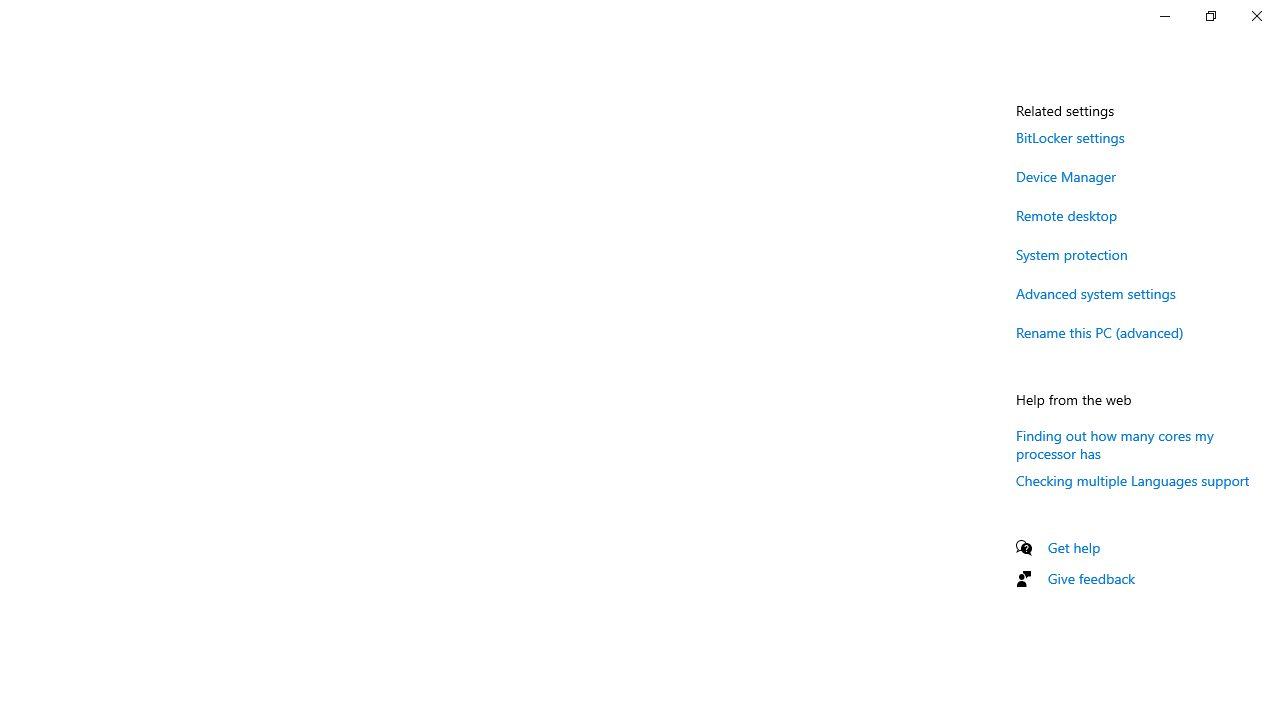 Image resolution: width=1280 pixels, height=720 pixels. I want to click on 'Remote desktop', so click(1065, 215).